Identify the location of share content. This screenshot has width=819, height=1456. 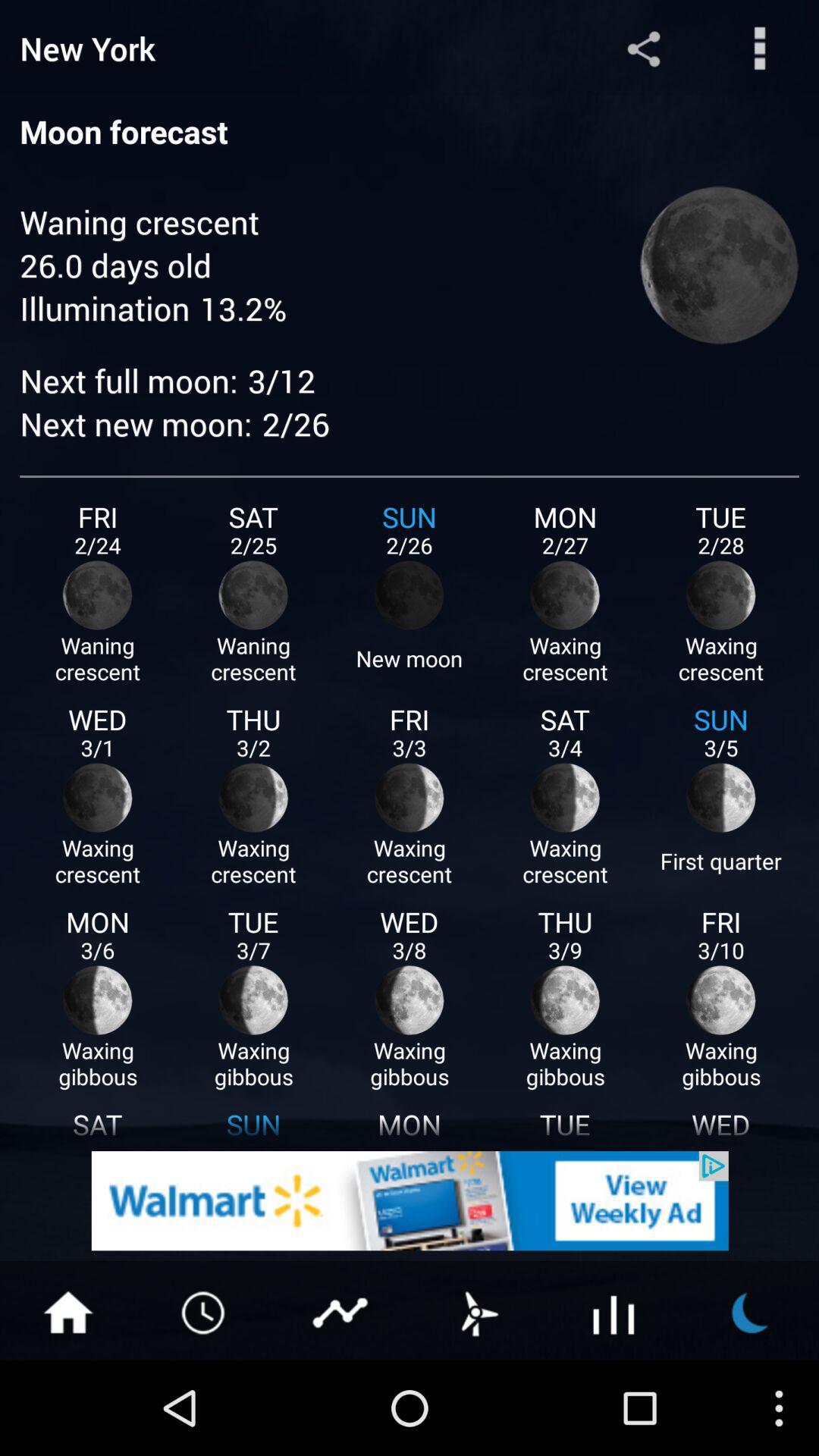
(341, 1310).